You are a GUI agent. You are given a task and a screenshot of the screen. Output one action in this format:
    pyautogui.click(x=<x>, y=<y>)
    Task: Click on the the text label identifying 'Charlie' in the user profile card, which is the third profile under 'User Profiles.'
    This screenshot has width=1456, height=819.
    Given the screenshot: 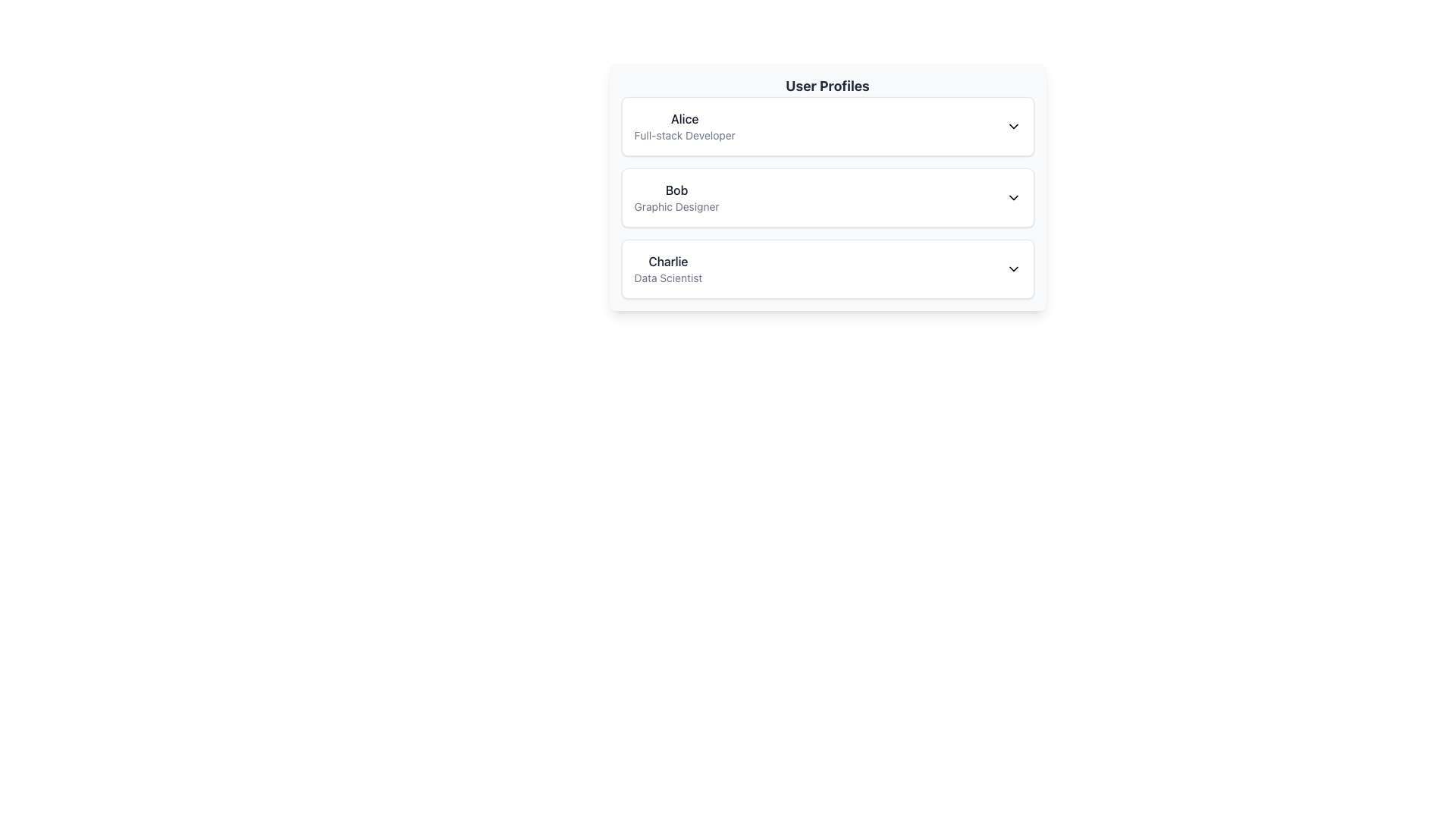 What is the action you would take?
    pyautogui.click(x=667, y=260)
    